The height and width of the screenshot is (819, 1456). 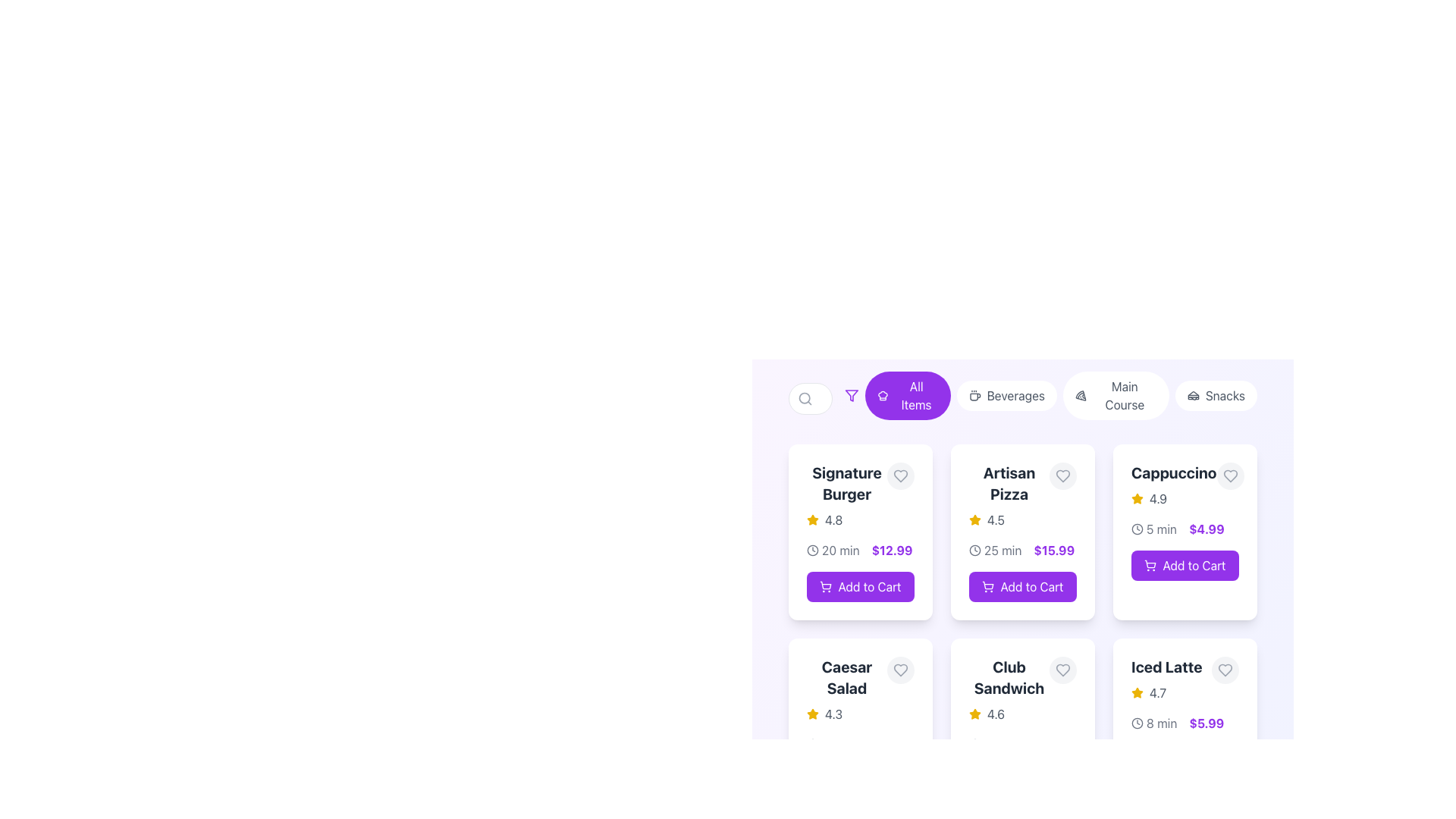 What do you see at coordinates (901, 669) in the screenshot?
I see `the heart-shaped icon outlined in soft gray color associated with the 'Caesar Salad' card` at bounding box center [901, 669].